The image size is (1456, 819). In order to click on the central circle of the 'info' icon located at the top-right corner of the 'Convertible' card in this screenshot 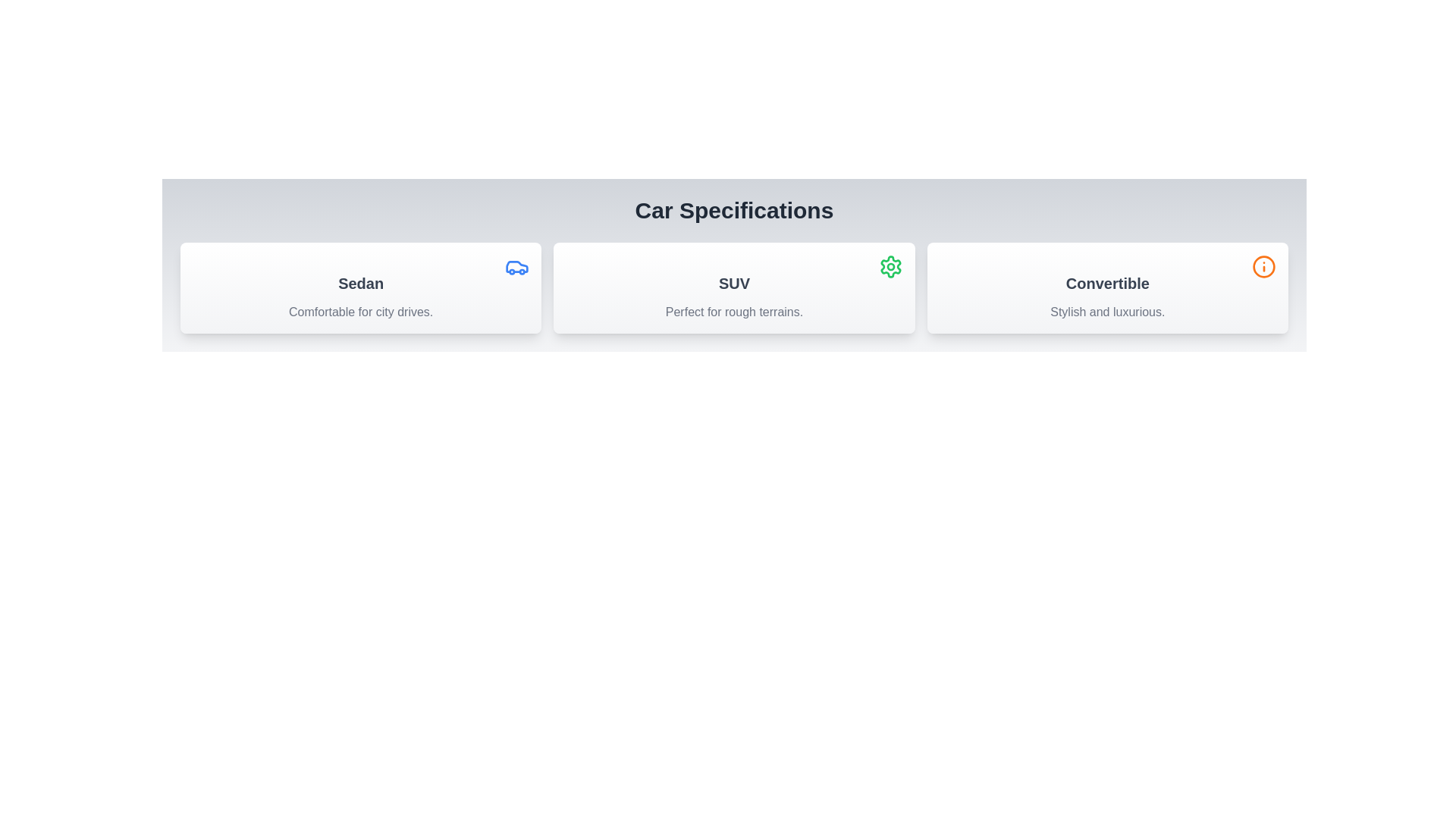, I will do `click(1263, 265)`.